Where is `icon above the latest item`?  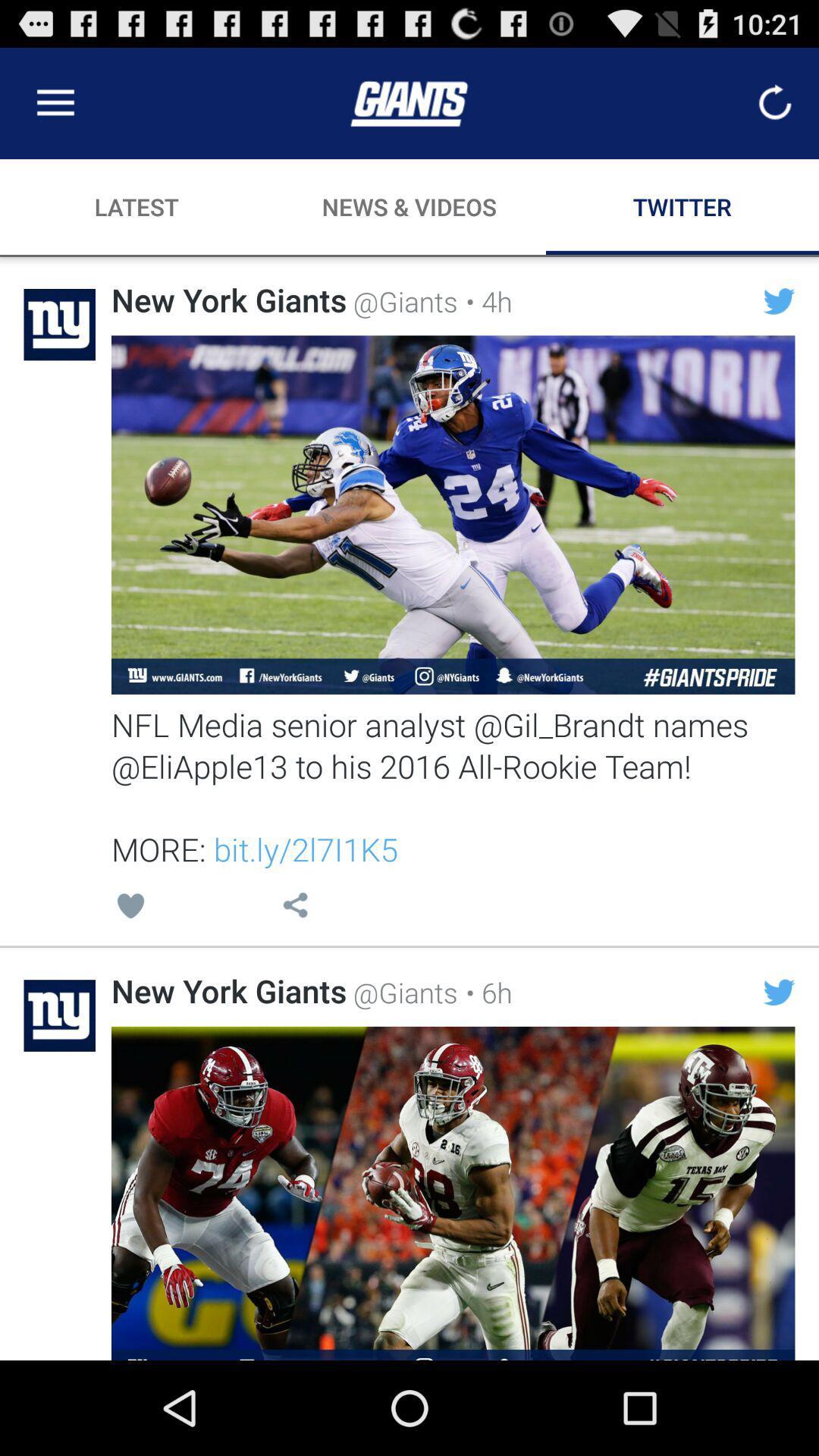
icon above the latest item is located at coordinates (55, 102).